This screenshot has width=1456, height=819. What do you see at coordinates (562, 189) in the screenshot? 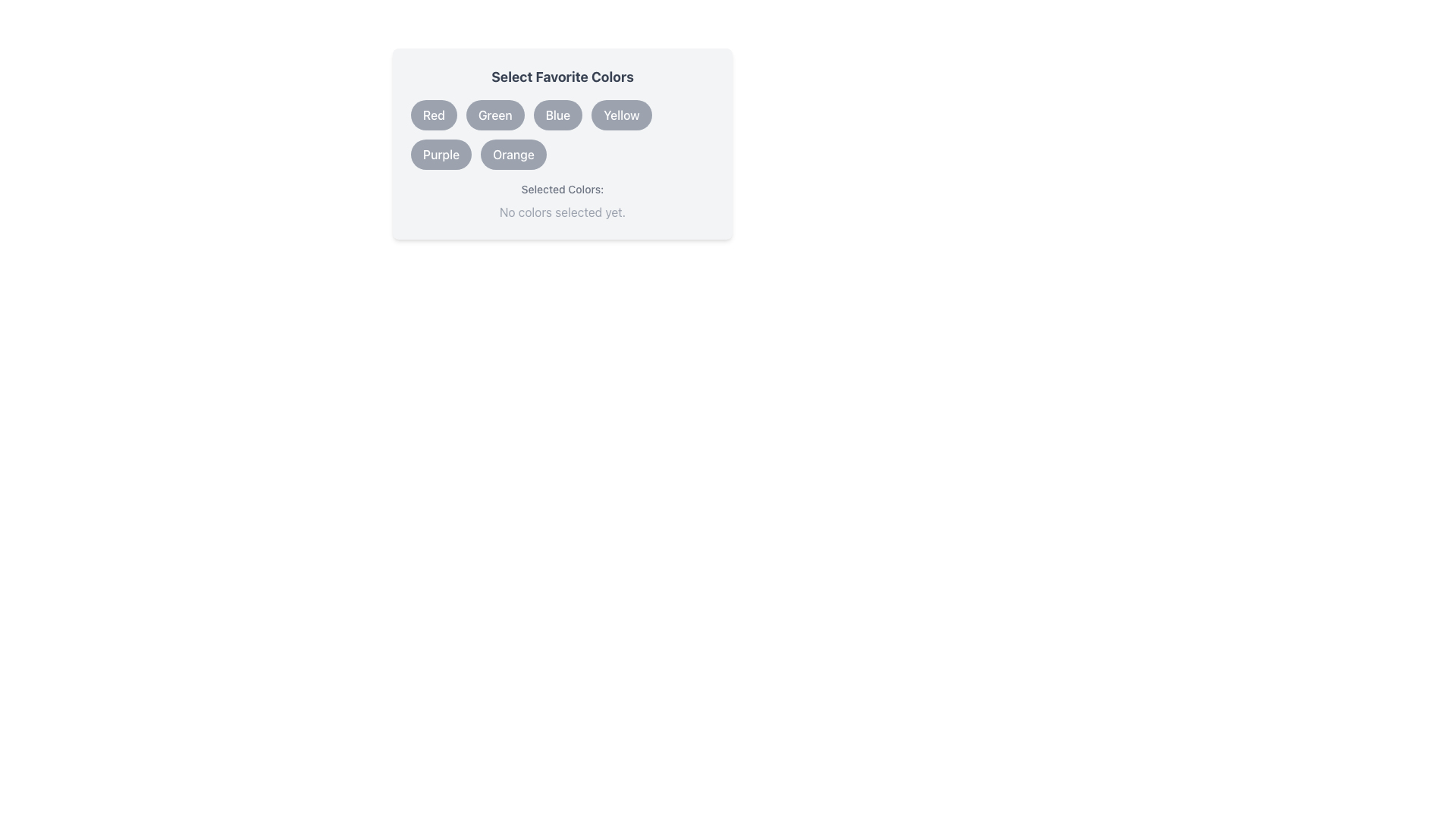
I see `the static text label indicating the section for selected colors, located above the 'No colors selected yet.' text and below the color selection buttons` at bounding box center [562, 189].